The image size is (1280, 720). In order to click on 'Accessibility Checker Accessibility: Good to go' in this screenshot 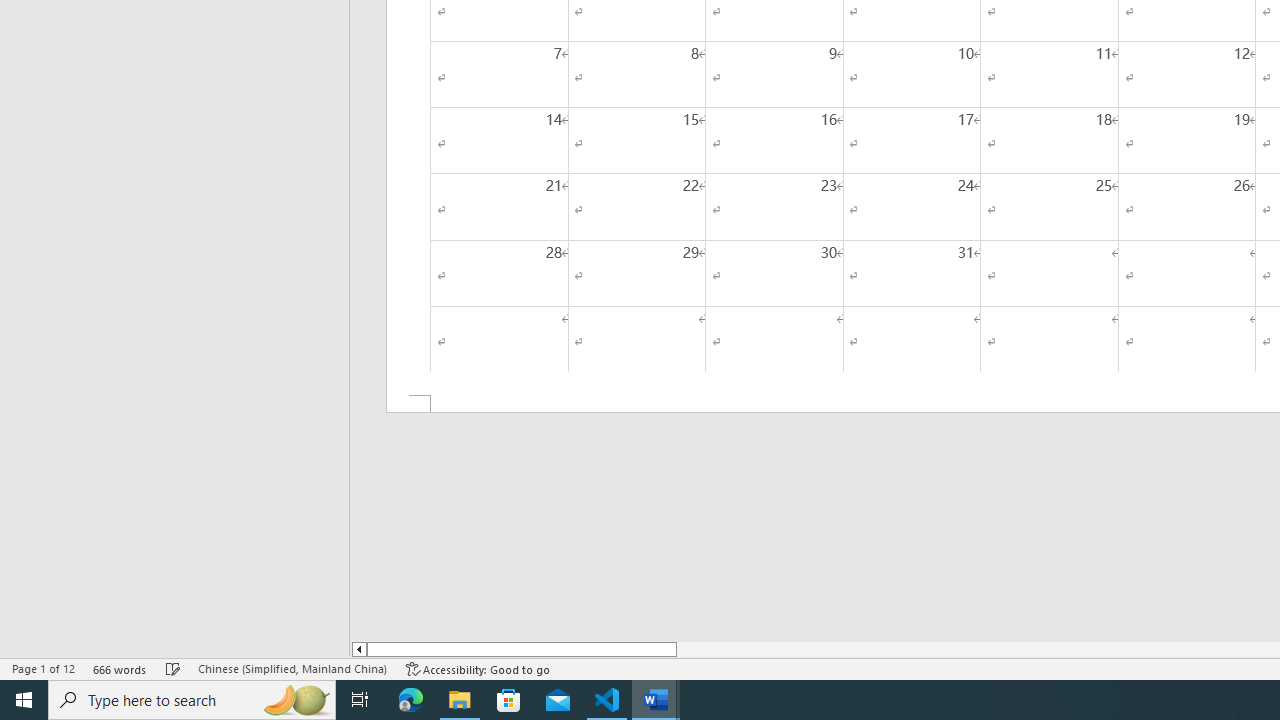, I will do `click(477, 669)`.